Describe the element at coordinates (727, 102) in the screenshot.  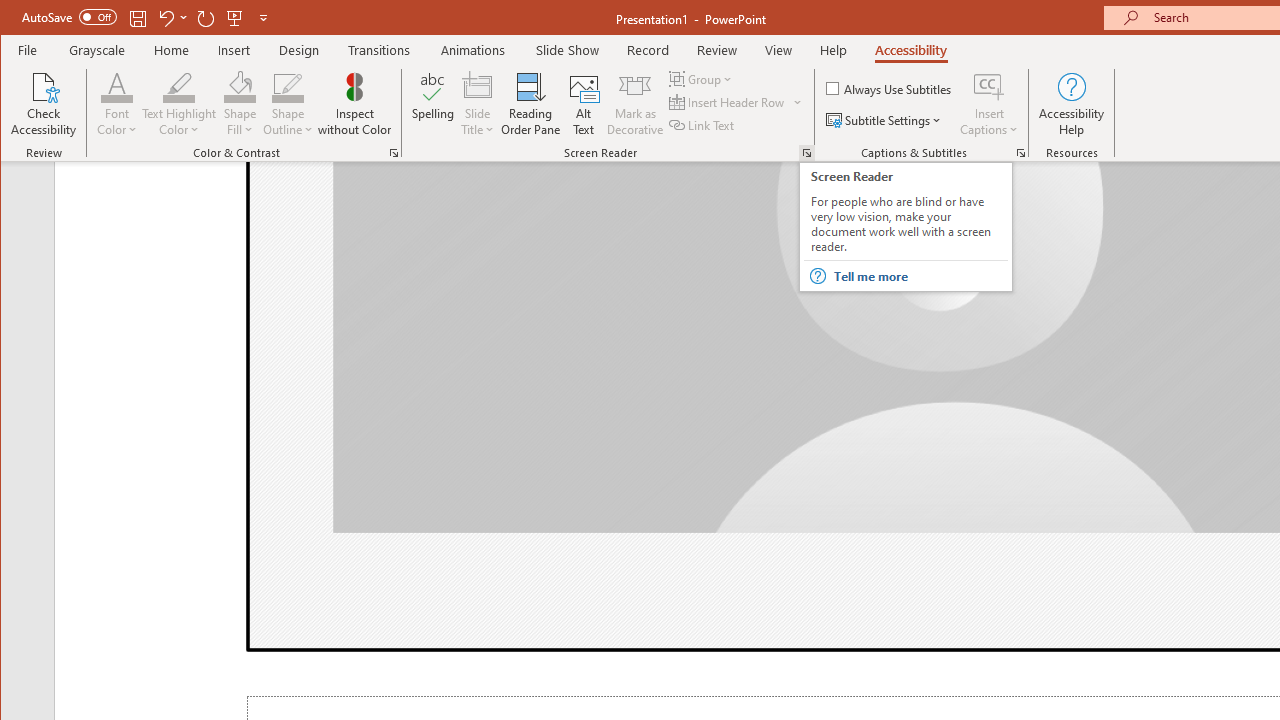
I see `'Insert Header Row'` at that location.